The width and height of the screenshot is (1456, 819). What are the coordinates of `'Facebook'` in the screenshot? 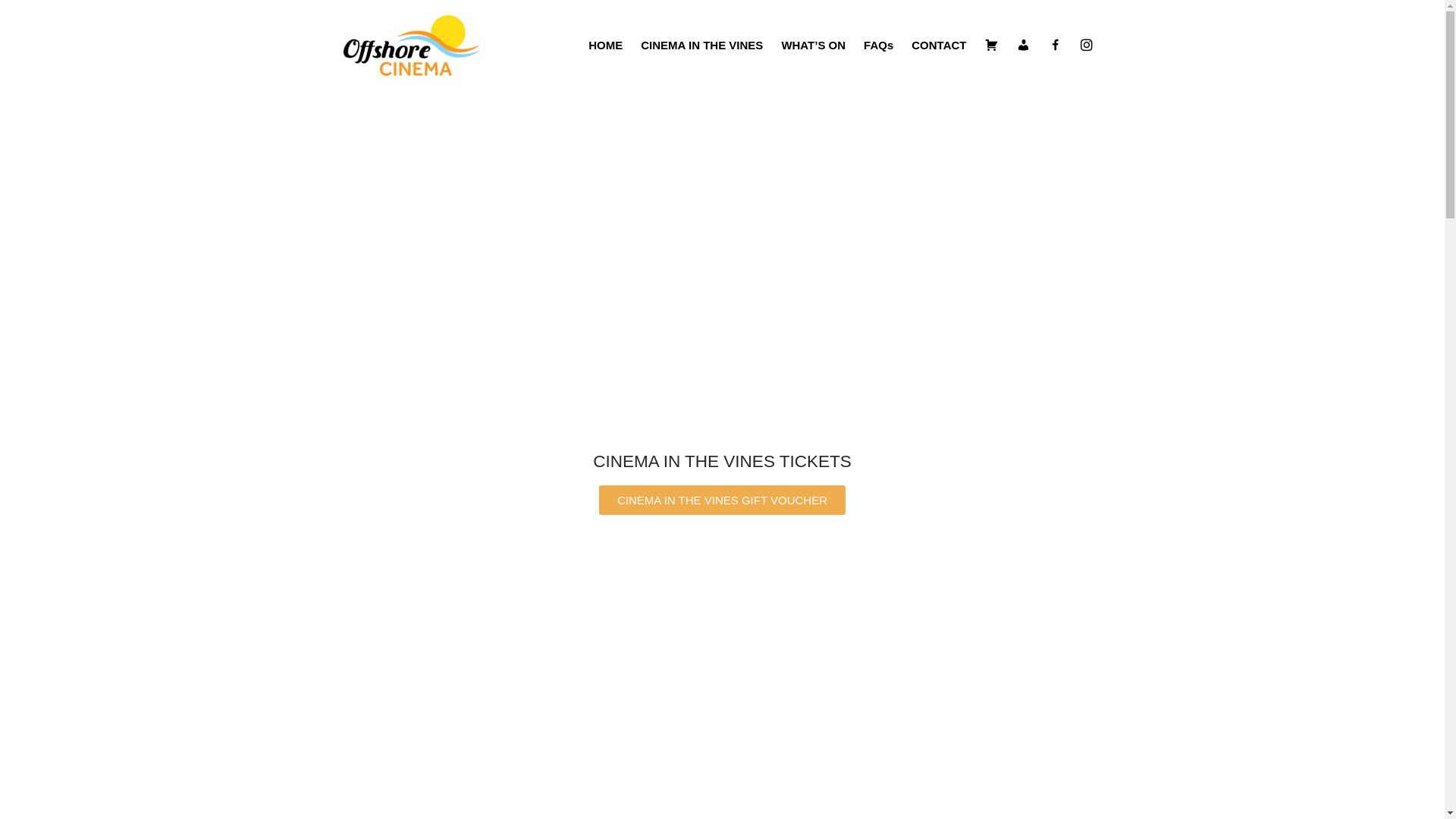 It's located at (1054, 45).